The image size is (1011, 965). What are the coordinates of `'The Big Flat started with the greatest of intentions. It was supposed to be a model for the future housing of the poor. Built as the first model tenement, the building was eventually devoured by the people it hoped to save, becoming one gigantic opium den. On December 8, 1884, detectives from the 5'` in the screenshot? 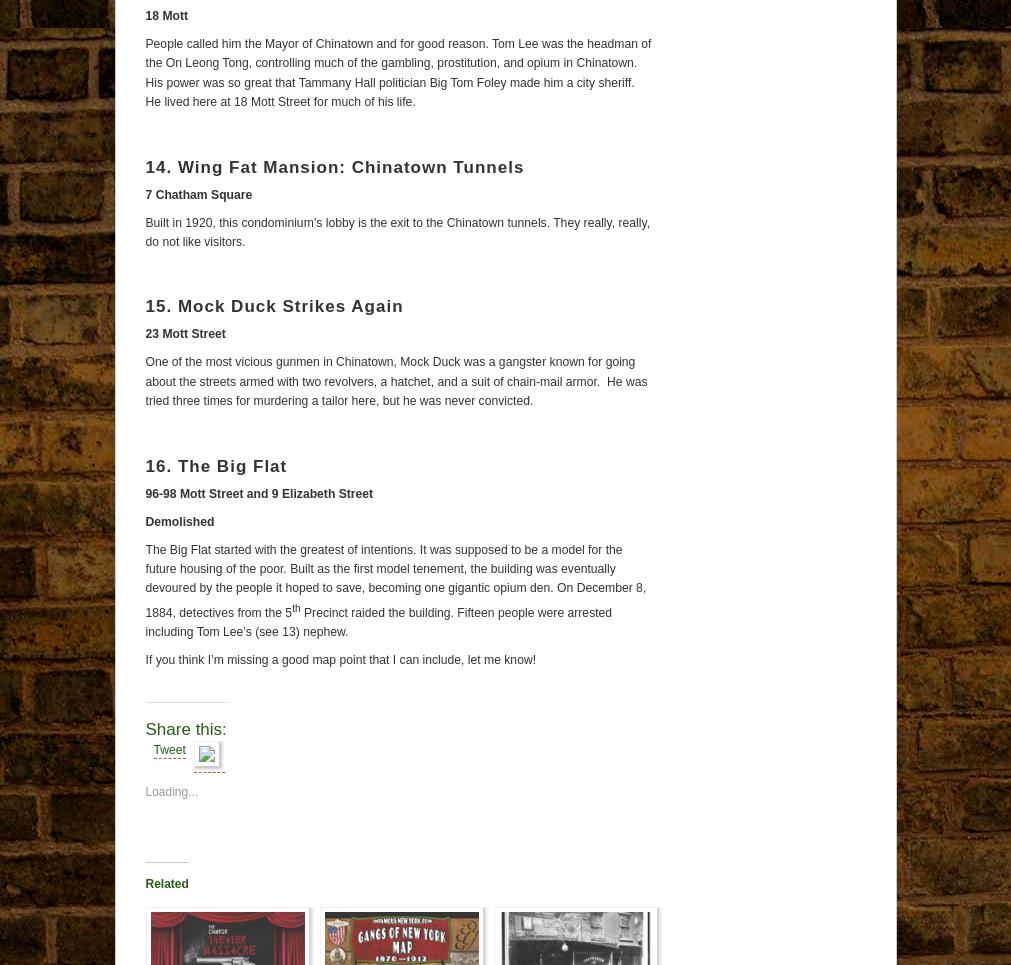 It's located at (394, 580).